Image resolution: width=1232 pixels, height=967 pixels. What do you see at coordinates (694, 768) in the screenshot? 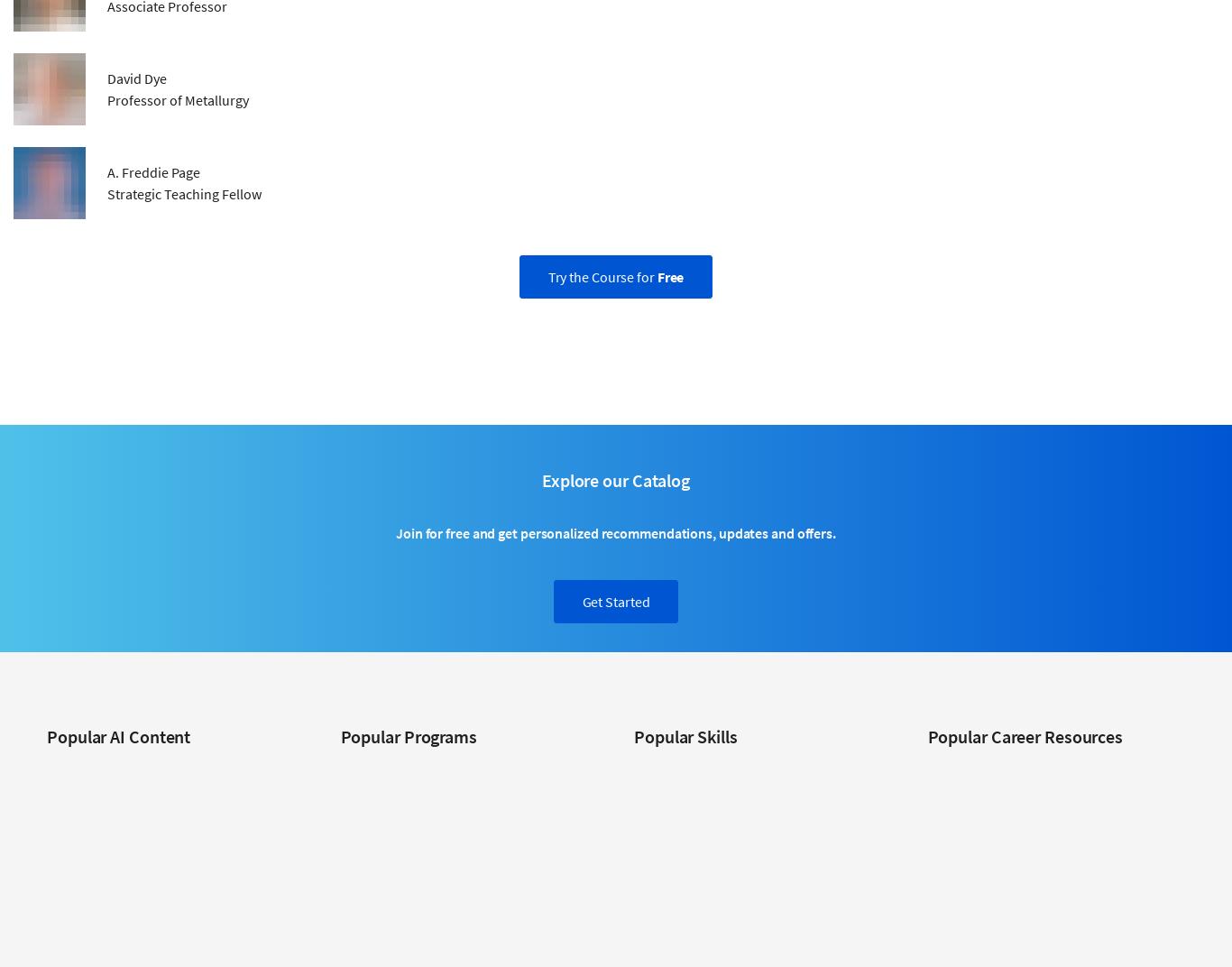
I see `'Cybersecurity Courses'` at bounding box center [694, 768].